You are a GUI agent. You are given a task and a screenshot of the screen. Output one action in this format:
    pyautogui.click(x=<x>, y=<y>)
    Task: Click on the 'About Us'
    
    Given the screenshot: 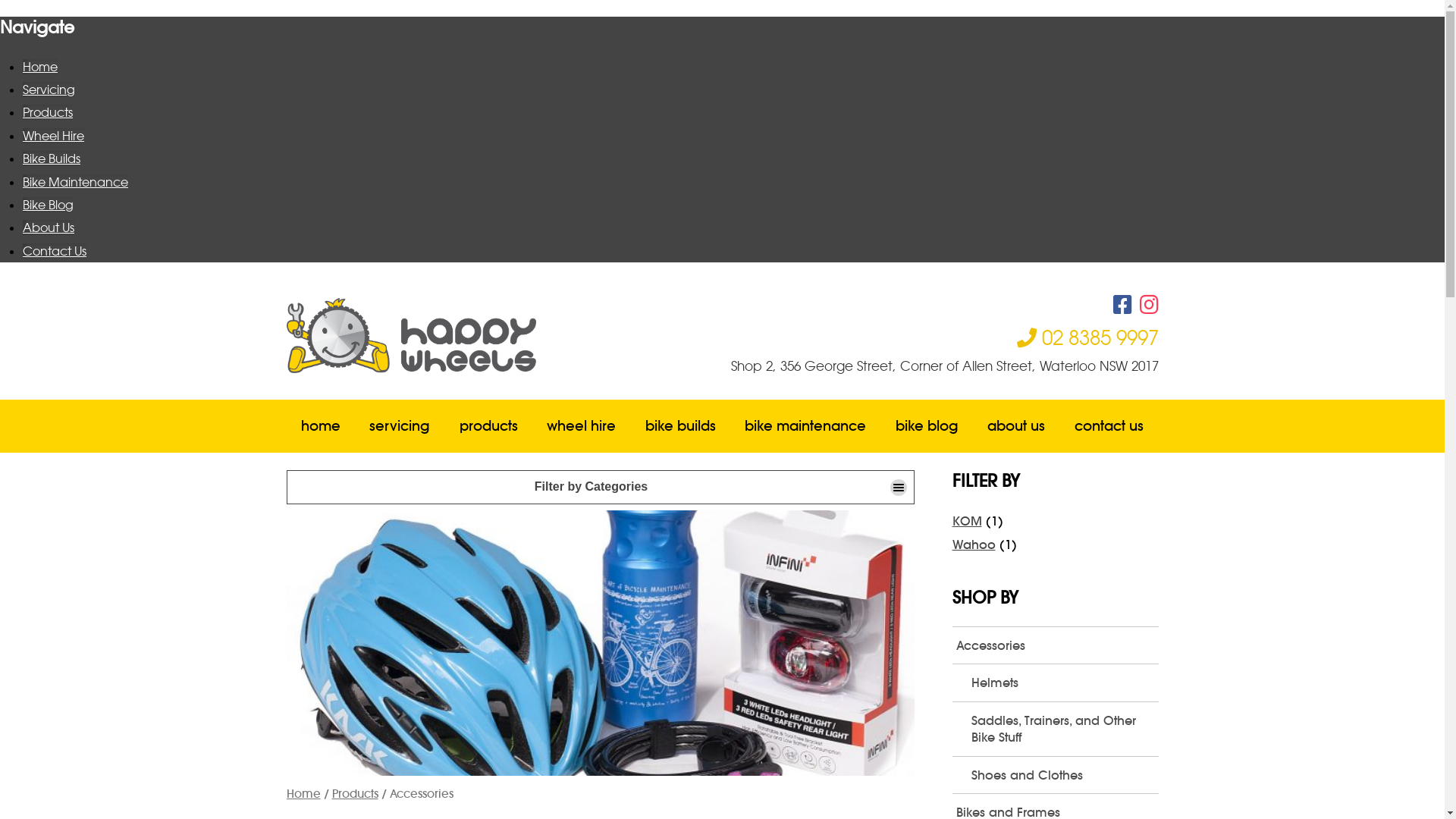 What is the action you would take?
    pyautogui.click(x=48, y=227)
    